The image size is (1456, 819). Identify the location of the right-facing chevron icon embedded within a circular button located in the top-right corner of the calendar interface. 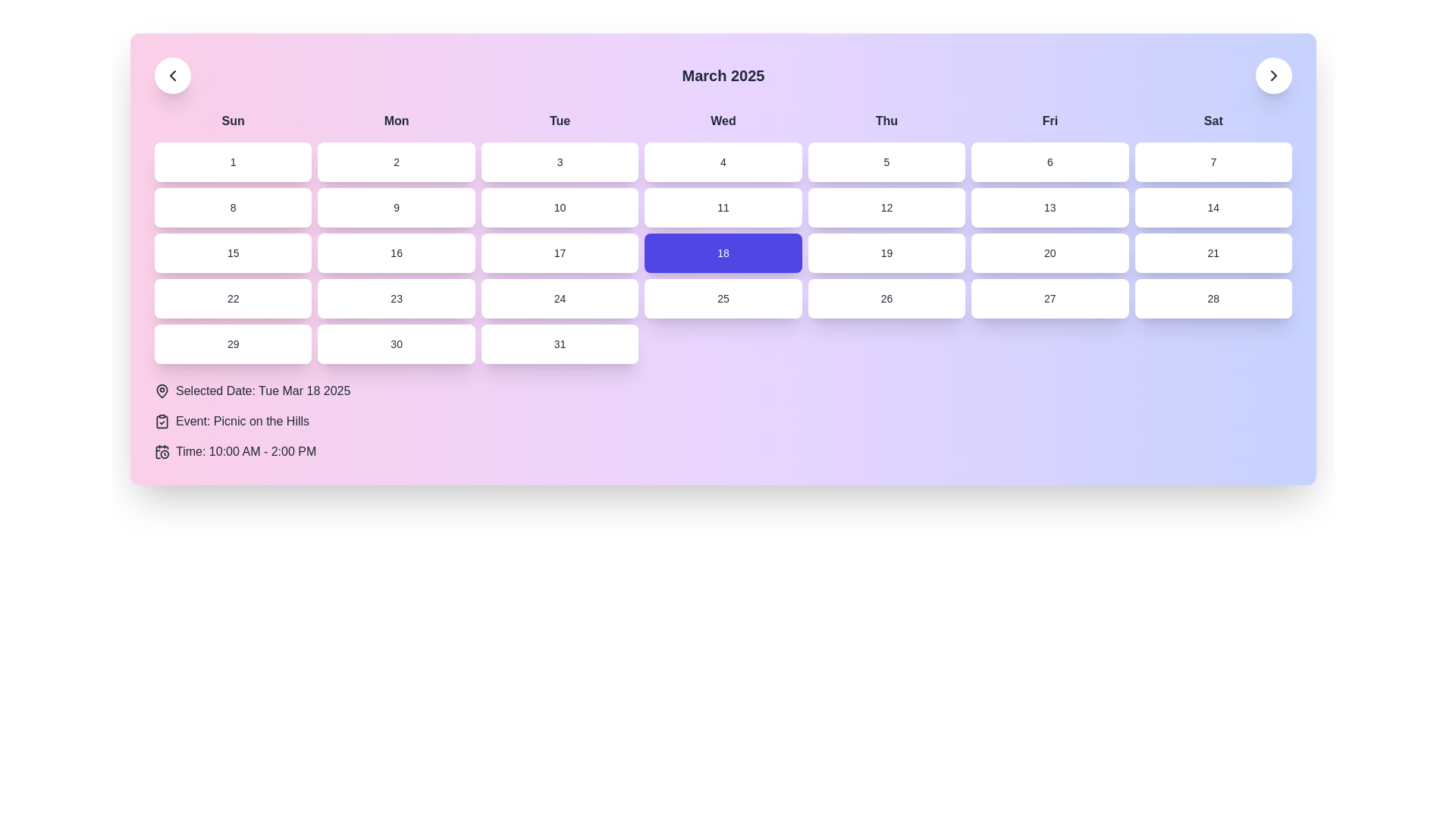
(1274, 76).